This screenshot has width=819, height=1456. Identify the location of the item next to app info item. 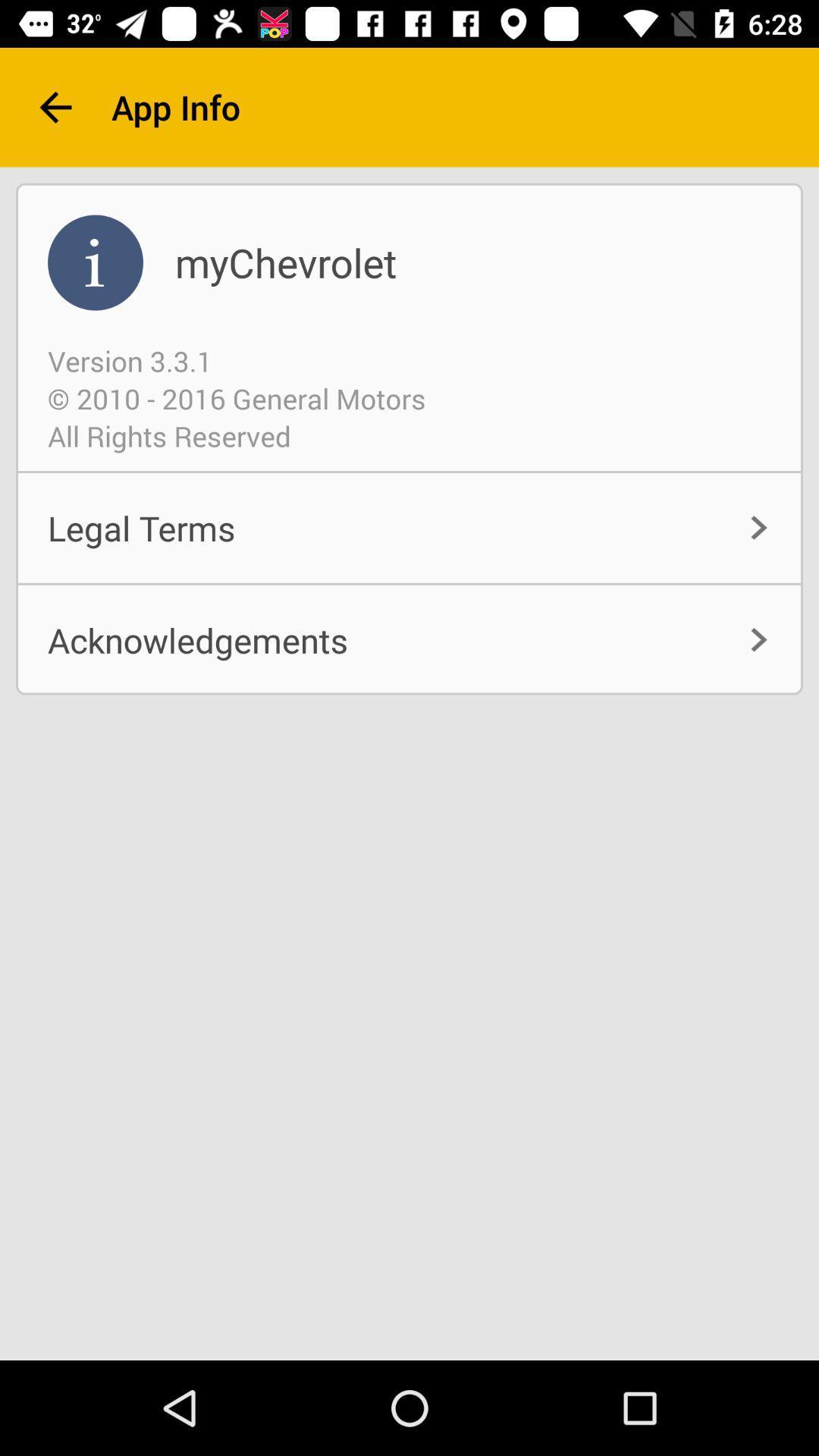
(55, 106).